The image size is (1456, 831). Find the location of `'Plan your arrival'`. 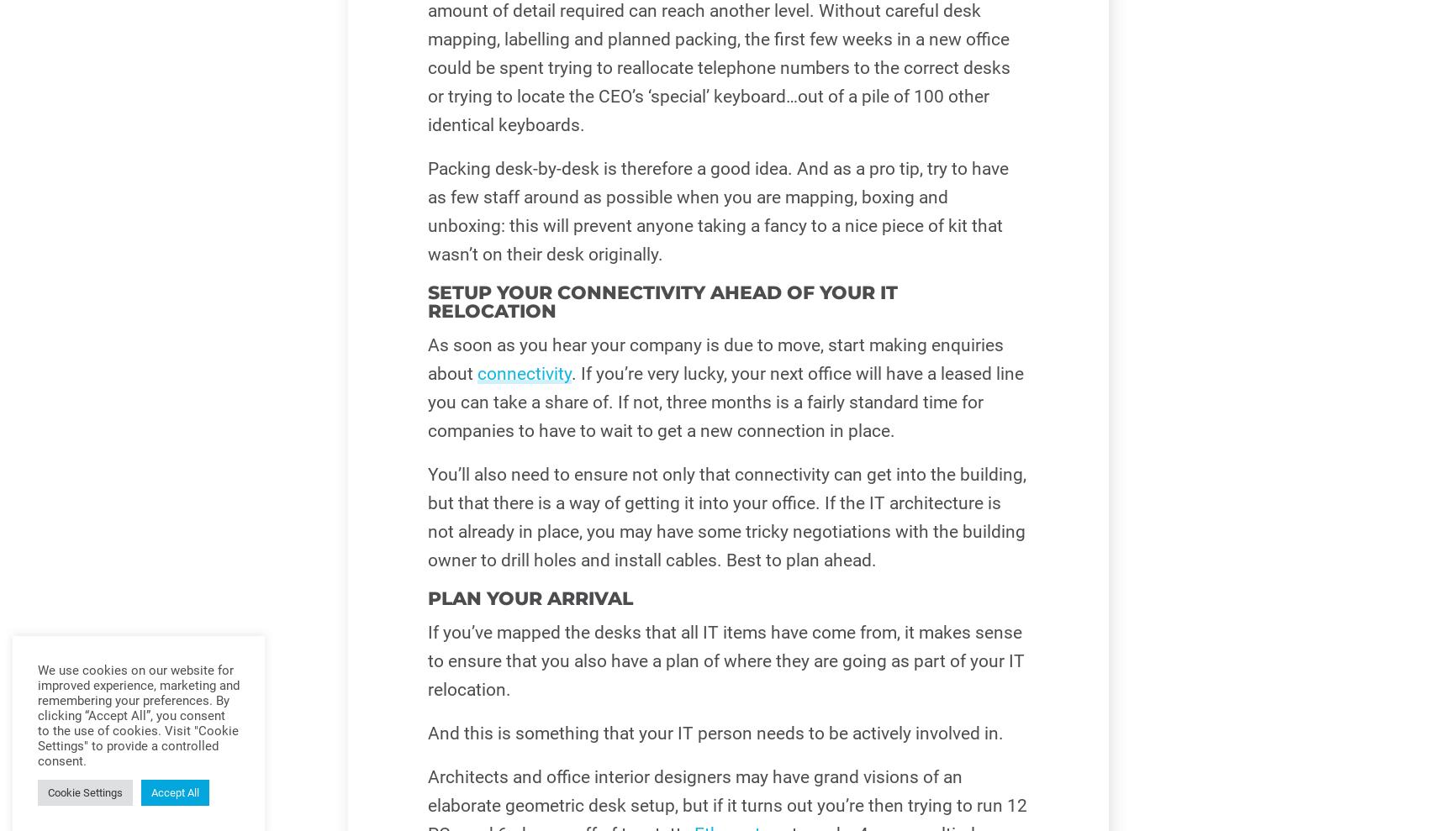

'Plan your arrival' is located at coordinates (529, 597).